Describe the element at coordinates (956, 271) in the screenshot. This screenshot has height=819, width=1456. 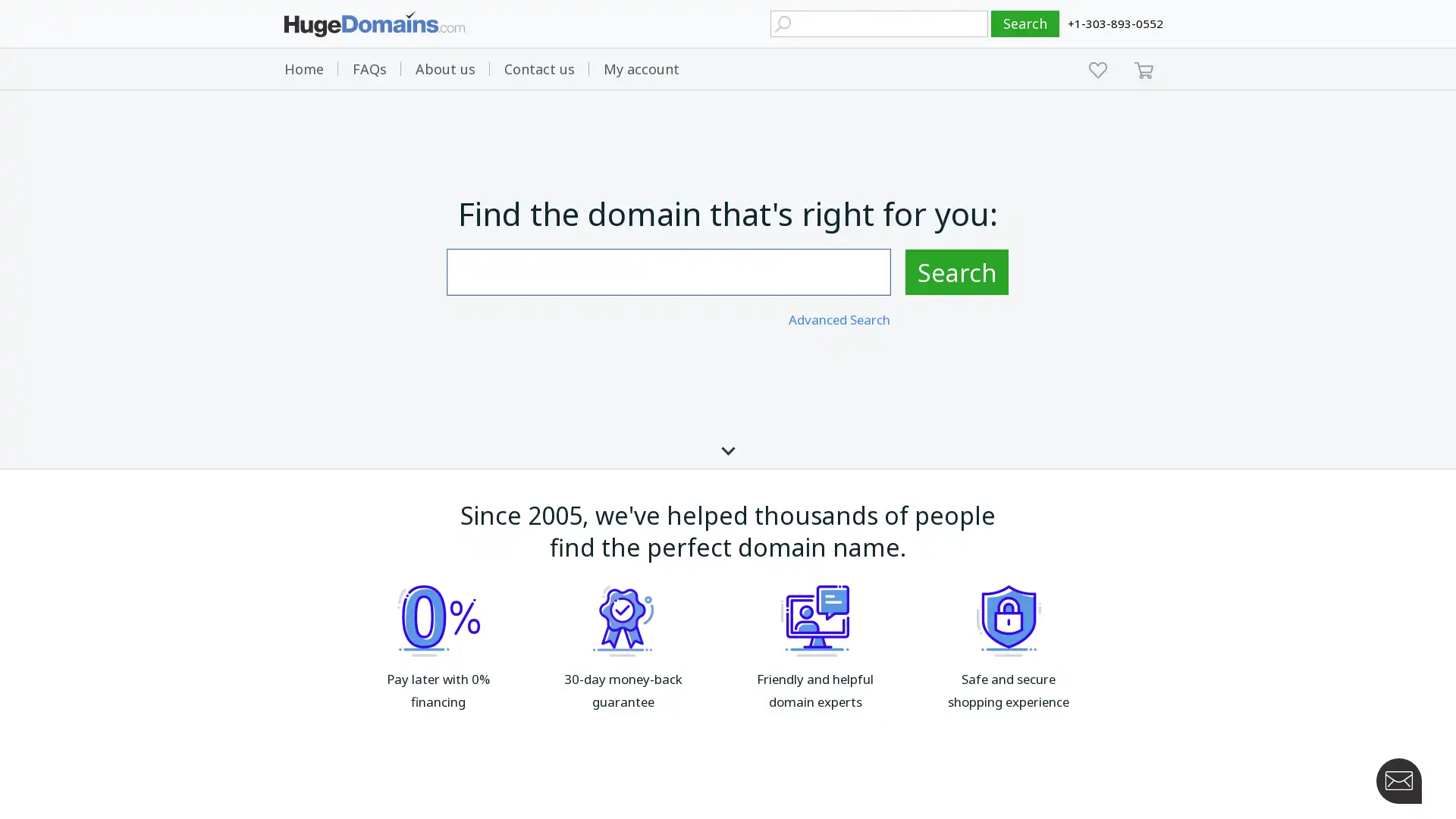
I see `Search` at that location.